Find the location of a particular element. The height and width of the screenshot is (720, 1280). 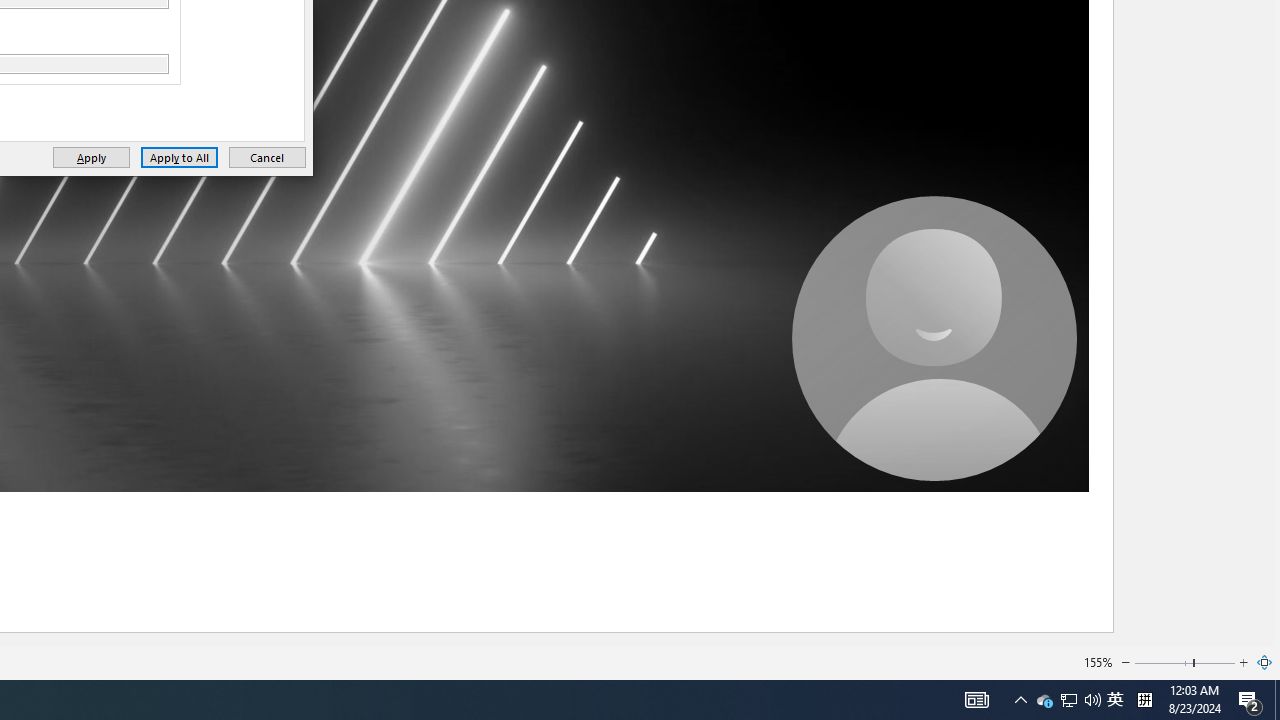

'Apply' is located at coordinates (90, 156).